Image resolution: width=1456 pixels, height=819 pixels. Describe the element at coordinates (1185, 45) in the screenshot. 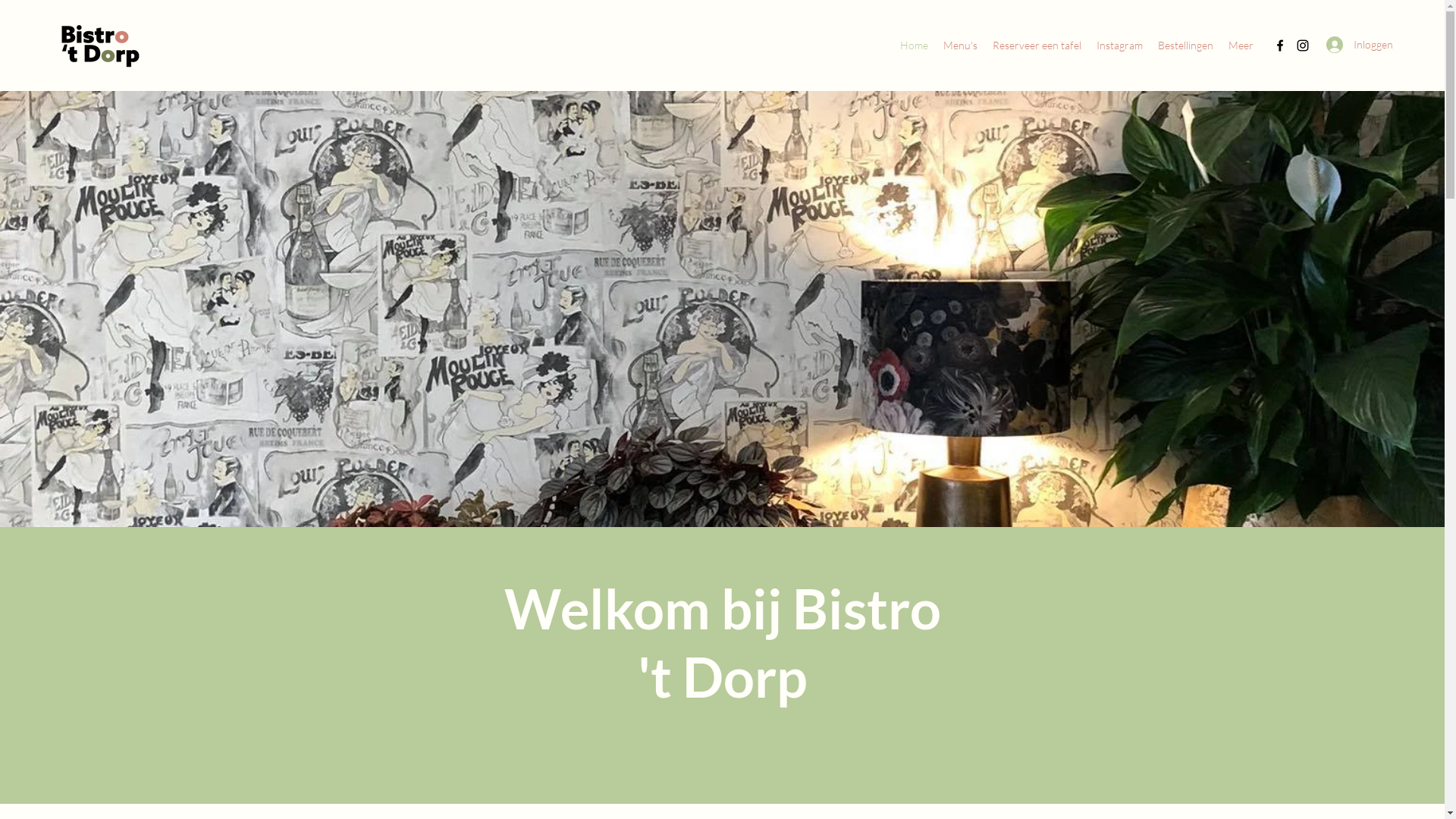

I see `'Bestellingen'` at that location.